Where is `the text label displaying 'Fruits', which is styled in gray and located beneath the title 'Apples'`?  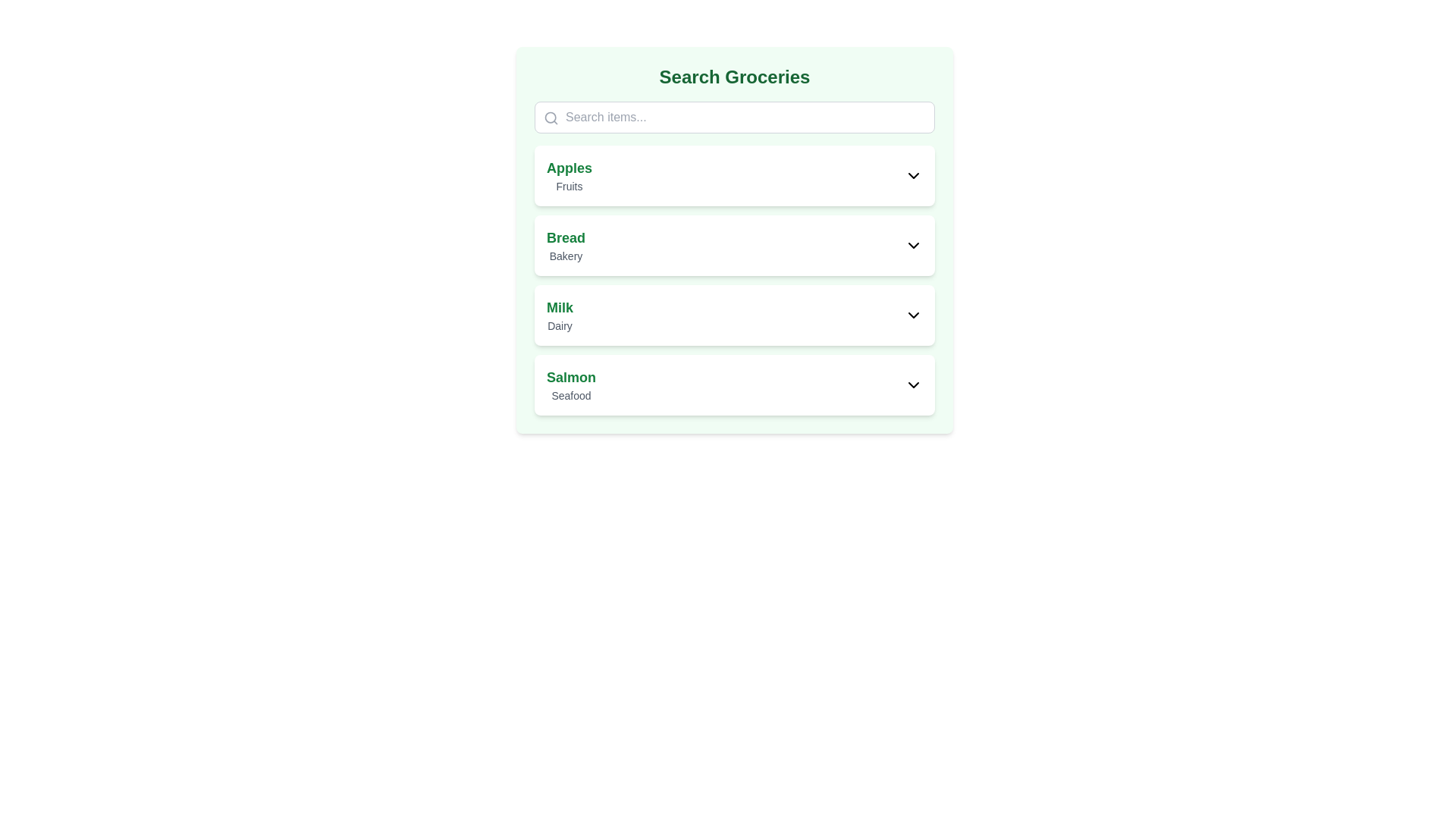 the text label displaying 'Fruits', which is styled in gray and located beneath the title 'Apples' is located at coordinates (569, 186).